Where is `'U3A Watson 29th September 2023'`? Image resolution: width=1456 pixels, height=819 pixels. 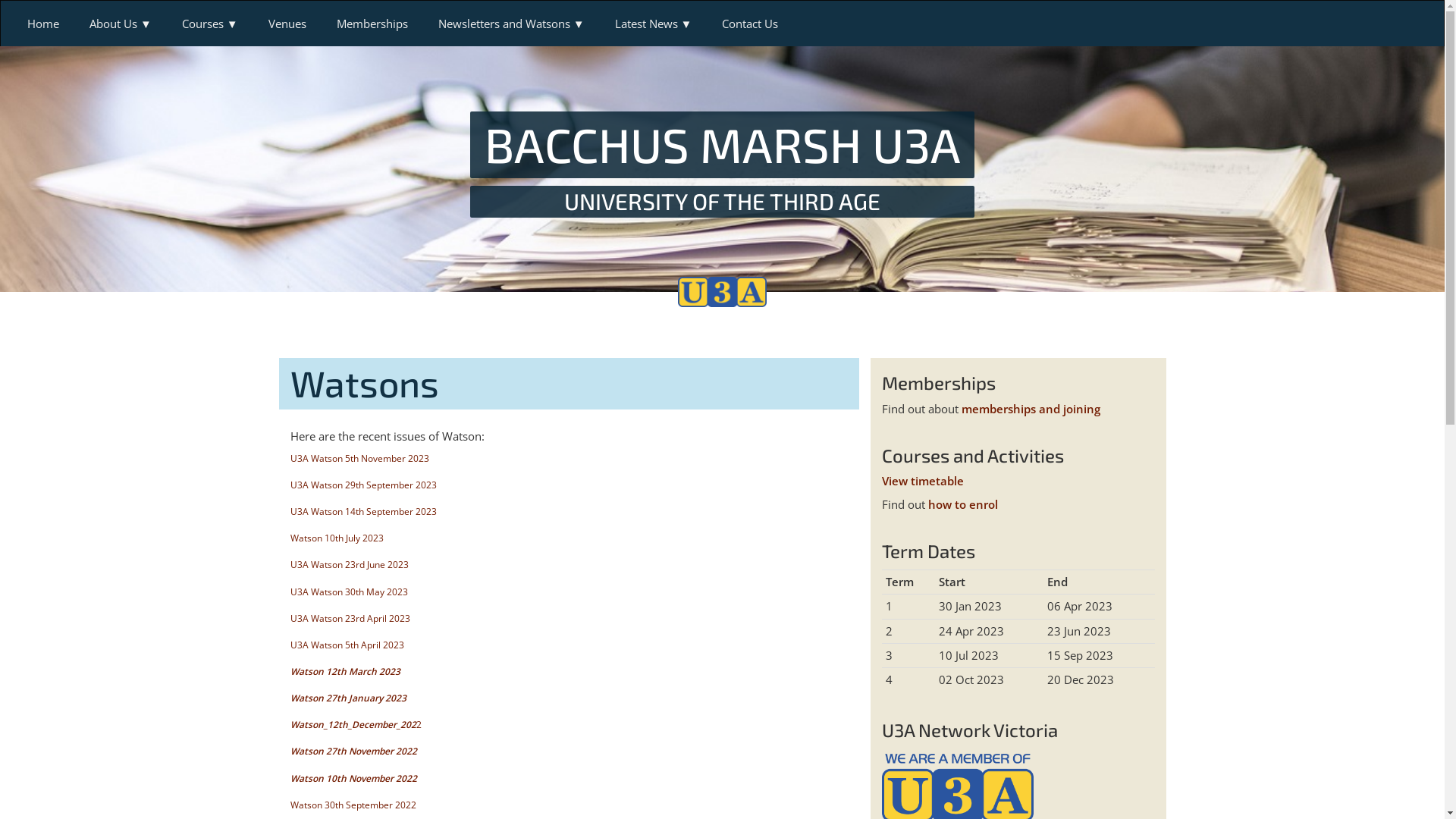 'U3A Watson 29th September 2023' is located at coordinates (362, 485).